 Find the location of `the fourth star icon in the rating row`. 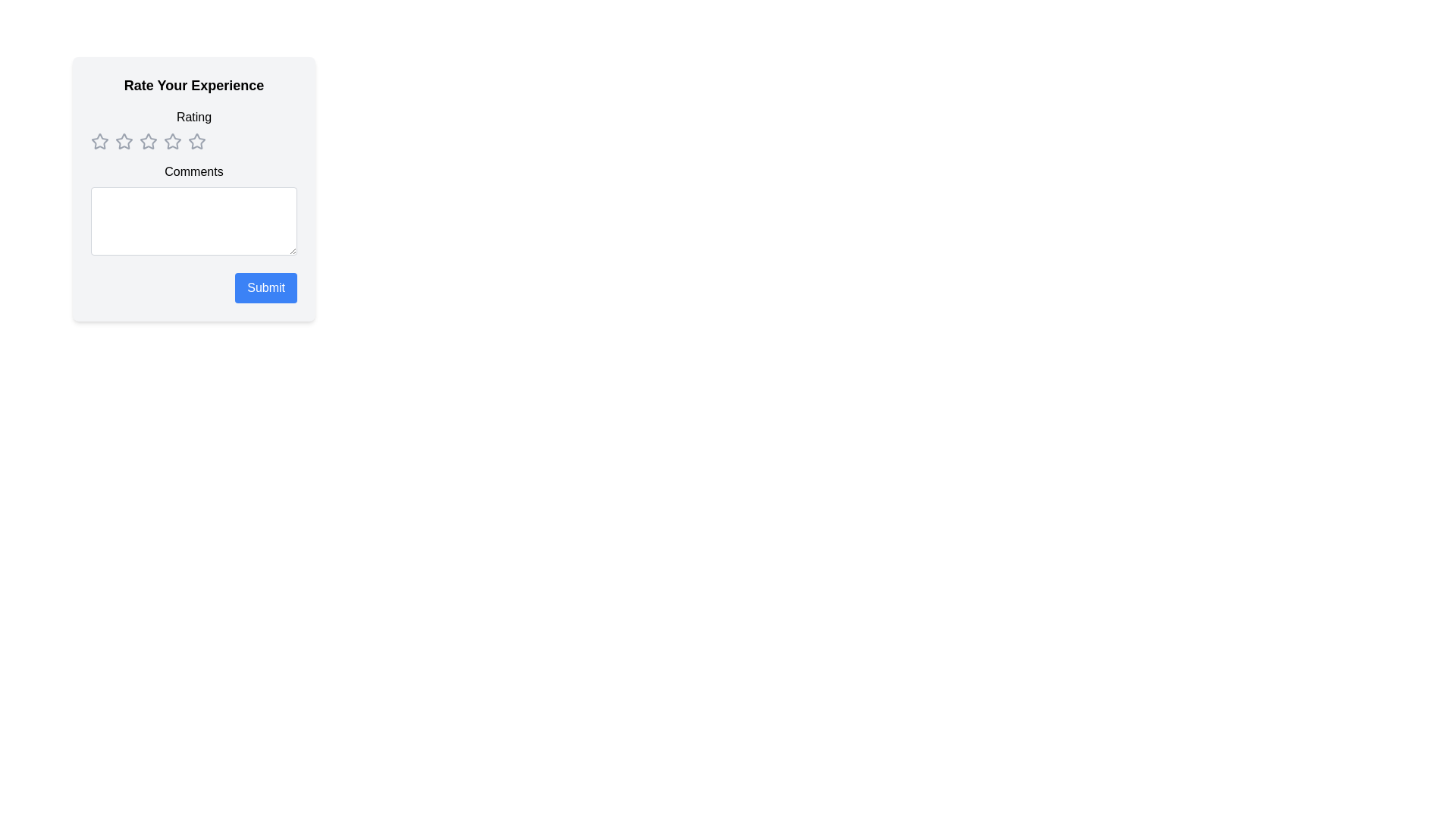

the fourth star icon in the rating row is located at coordinates (196, 141).